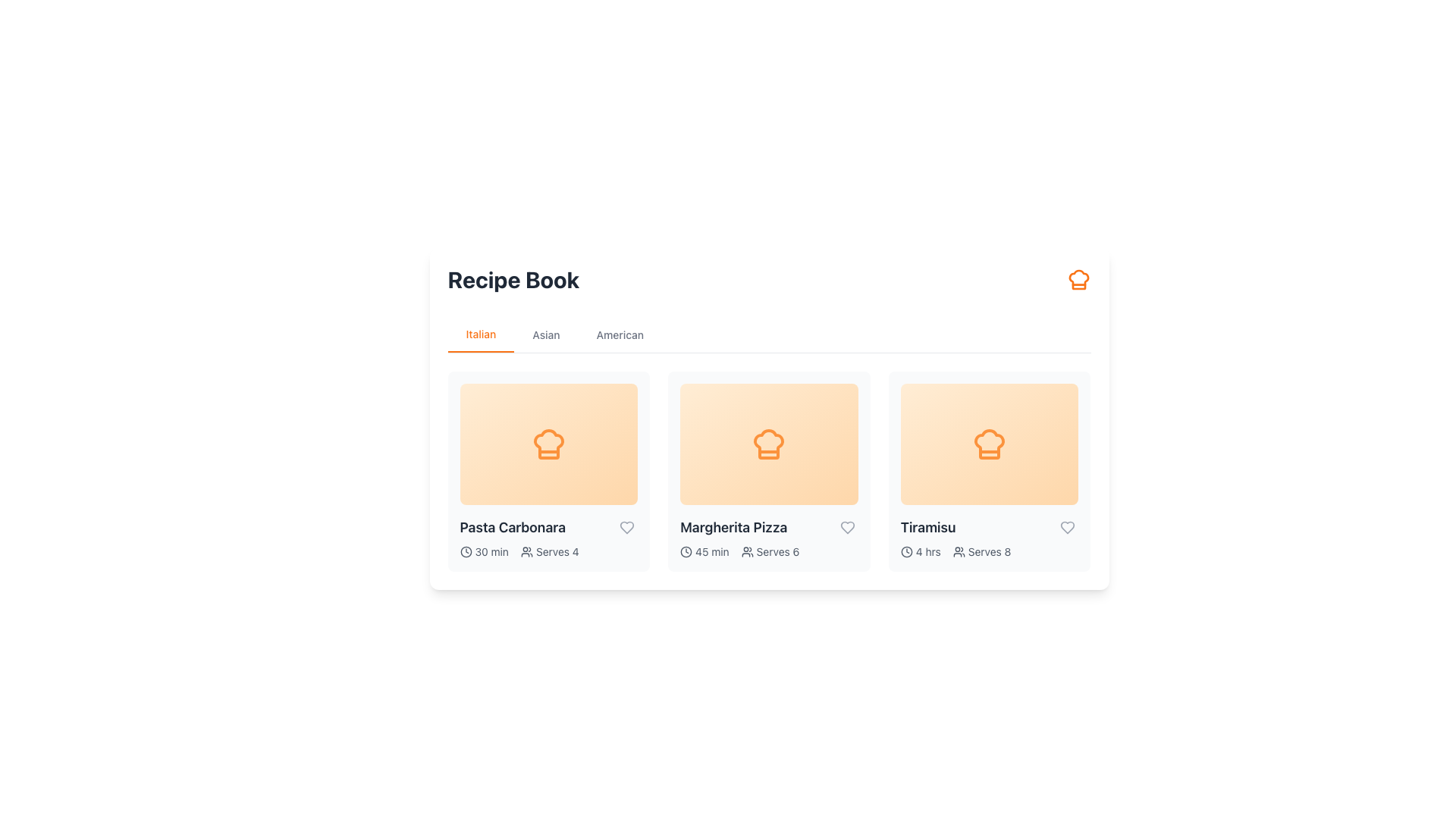 This screenshot has height=819, width=1456. What do you see at coordinates (1067, 526) in the screenshot?
I see `the heart icon located in the bottom-right corner of the 'Tiramisu' card, which serves as a visual indicator for a 'like' or 'favorite' action` at bounding box center [1067, 526].